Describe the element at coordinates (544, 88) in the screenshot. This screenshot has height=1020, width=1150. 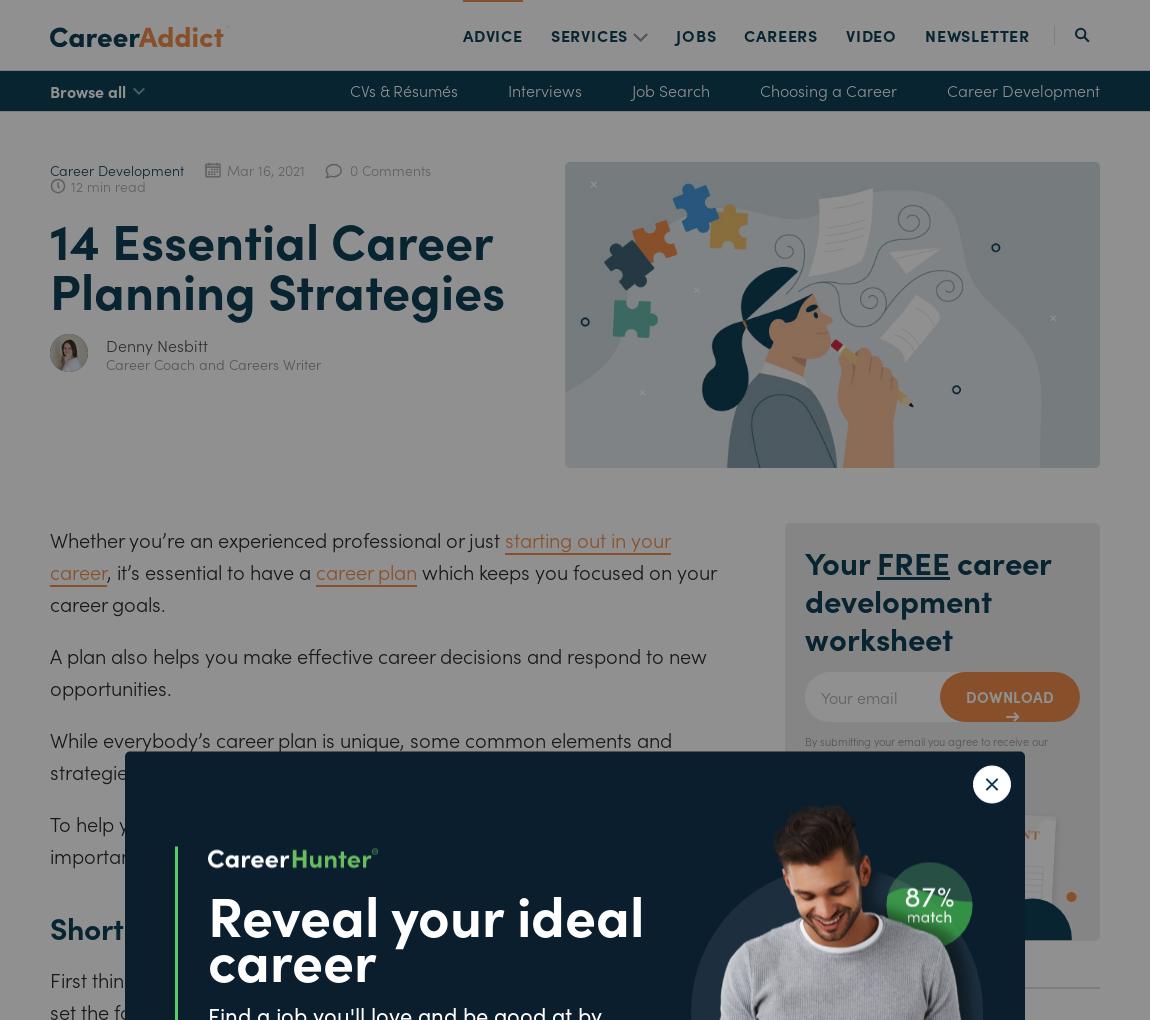
I see `'Interviews'` at that location.